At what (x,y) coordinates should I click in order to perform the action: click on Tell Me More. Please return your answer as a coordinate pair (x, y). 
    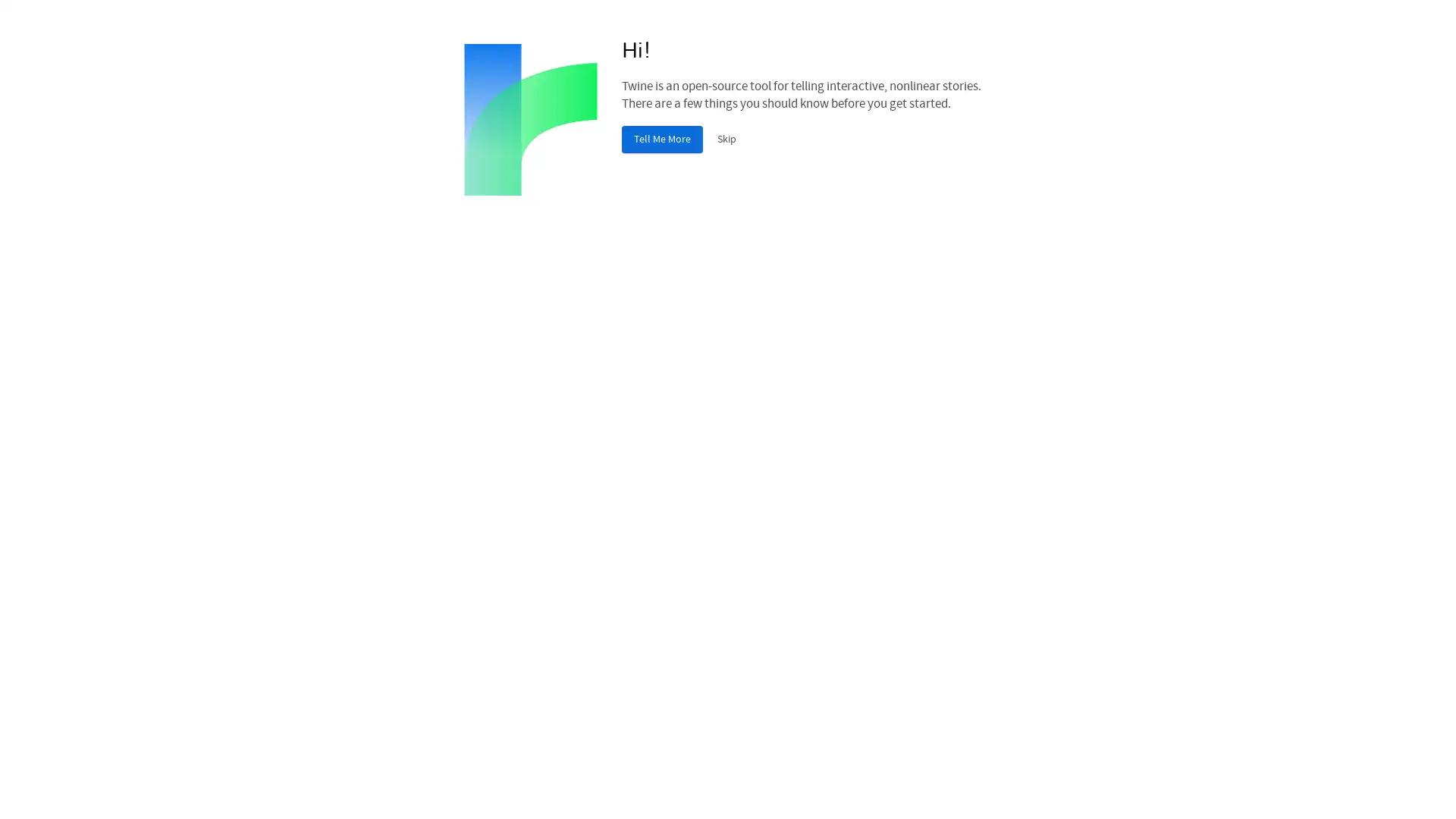
    Looking at the image, I should click on (662, 140).